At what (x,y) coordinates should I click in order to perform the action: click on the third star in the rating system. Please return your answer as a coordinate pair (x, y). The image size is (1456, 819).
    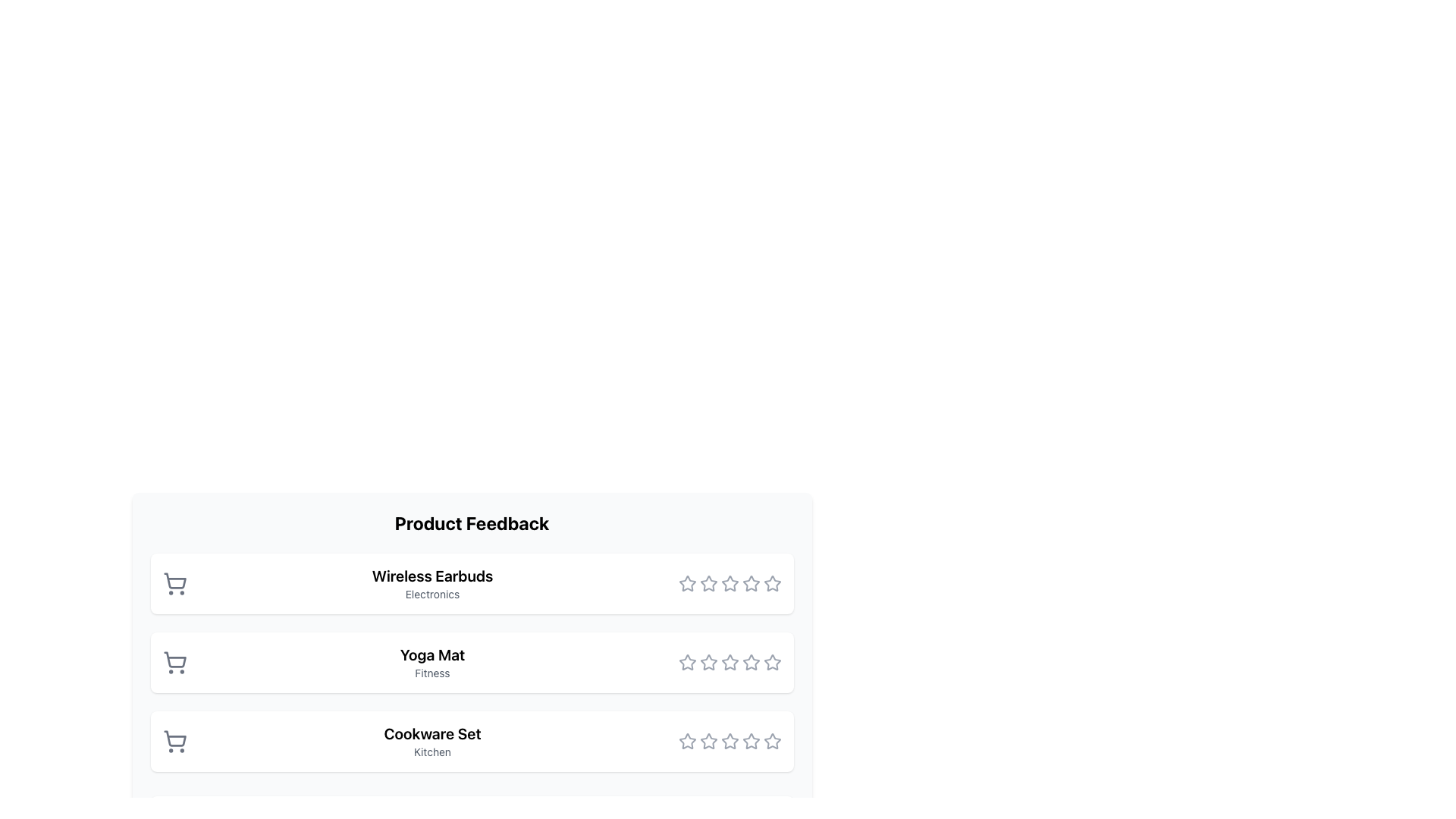
    Looking at the image, I should click on (730, 662).